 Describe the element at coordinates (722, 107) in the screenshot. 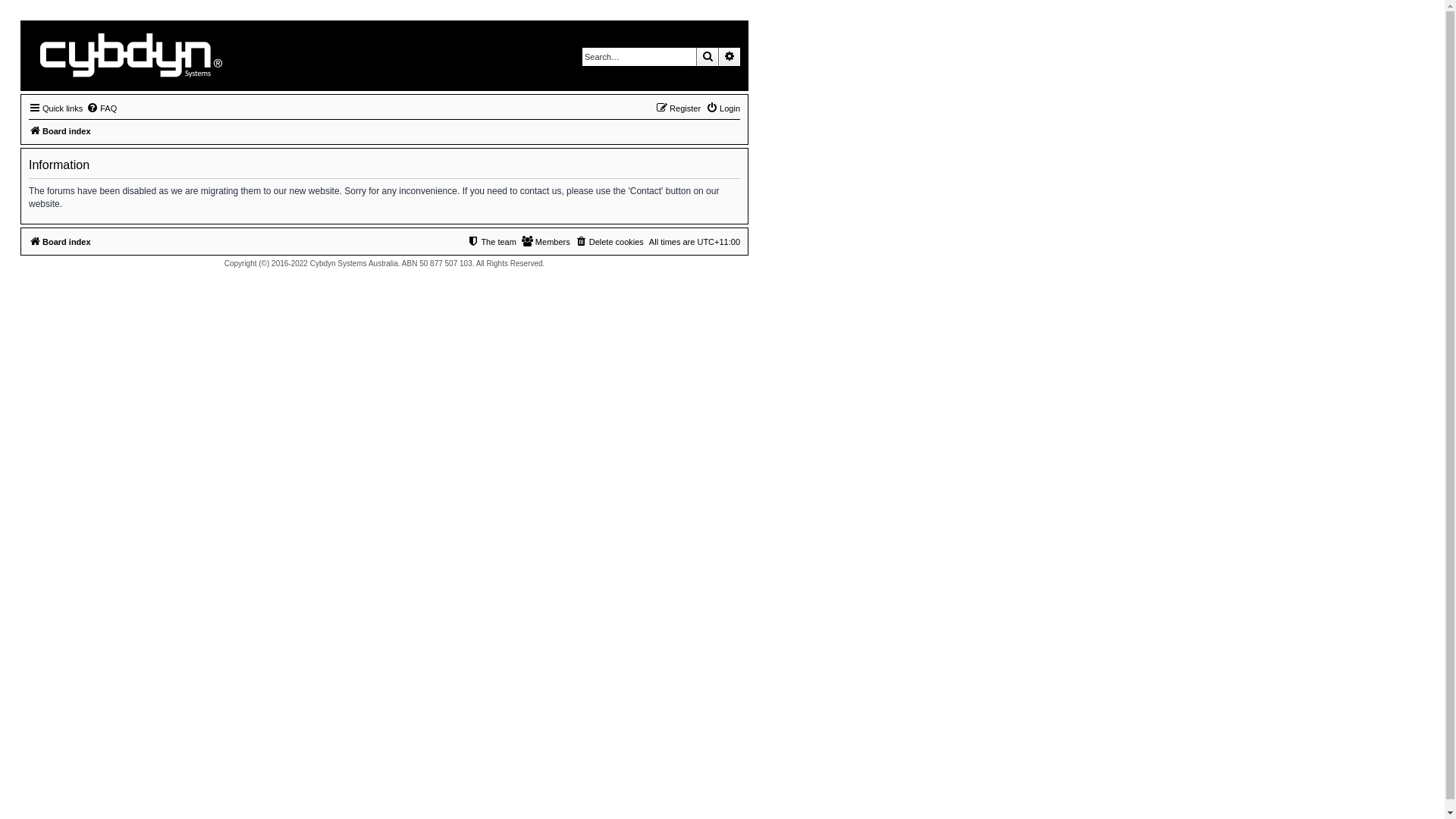

I see `'Login'` at that location.